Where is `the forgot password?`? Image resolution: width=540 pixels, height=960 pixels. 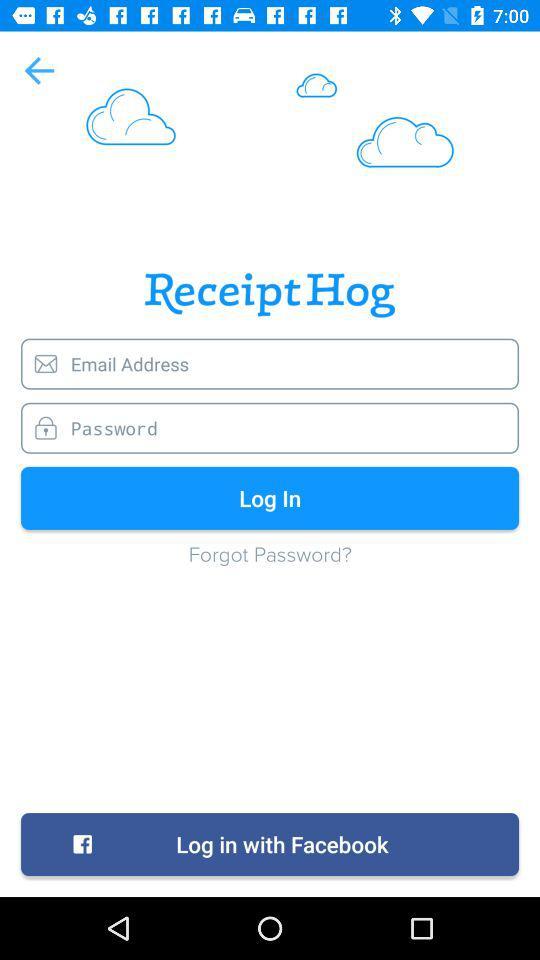 the forgot password? is located at coordinates (270, 563).